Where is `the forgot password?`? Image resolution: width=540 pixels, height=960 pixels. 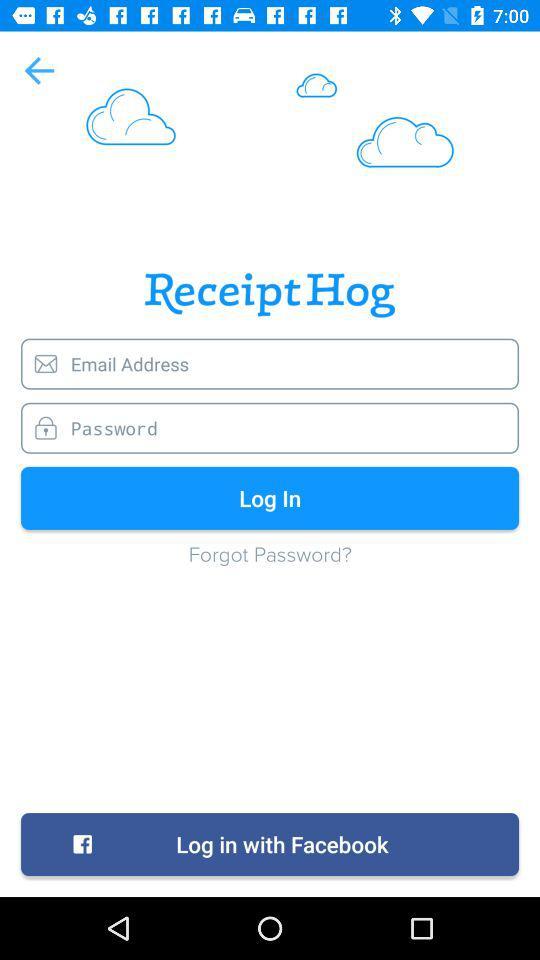 the forgot password? is located at coordinates (270, 563).